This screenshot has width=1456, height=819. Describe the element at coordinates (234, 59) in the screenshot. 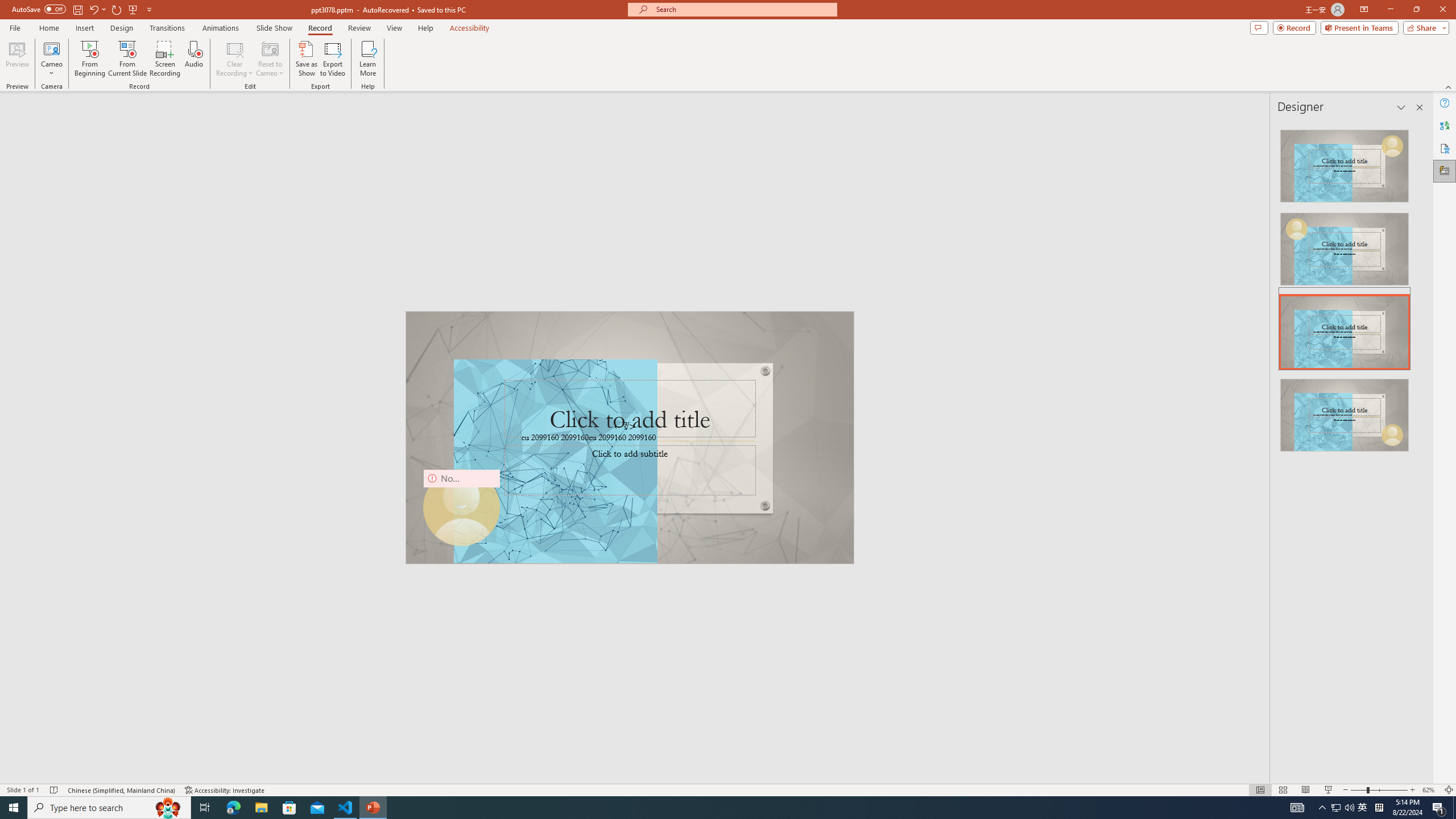

I see `'Clear Recording'` at that location.